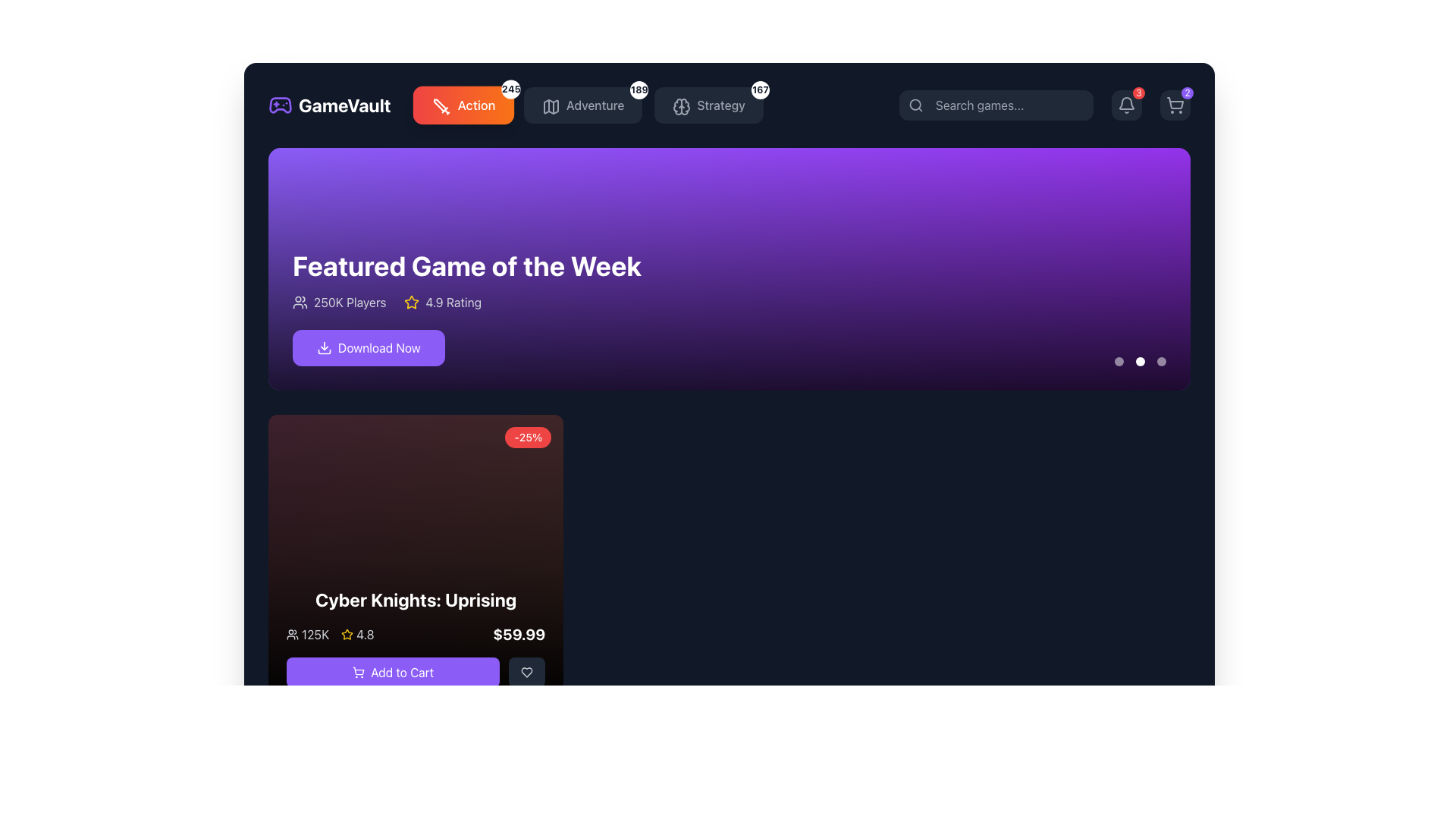 Image resolution: width=1456 pixels, height=819 pixels. Describe the element at coordinates (463, 104) in the screenshot. I see `the rectangular button with a gradient background from red to orange, featuring a sword icon and the text 'Action' in white` at that location.